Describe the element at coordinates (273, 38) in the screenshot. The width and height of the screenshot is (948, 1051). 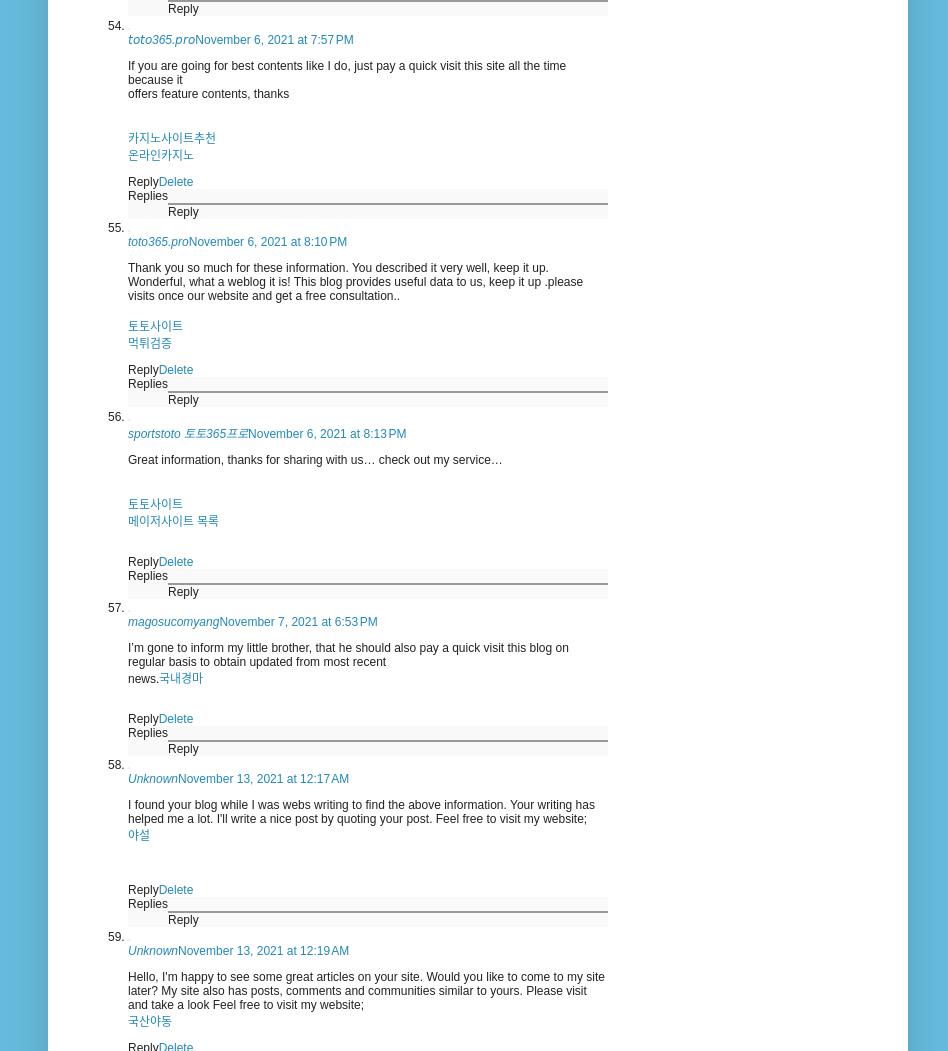
I see `'November 6, 2021 at 7:57 PM'` at that location.